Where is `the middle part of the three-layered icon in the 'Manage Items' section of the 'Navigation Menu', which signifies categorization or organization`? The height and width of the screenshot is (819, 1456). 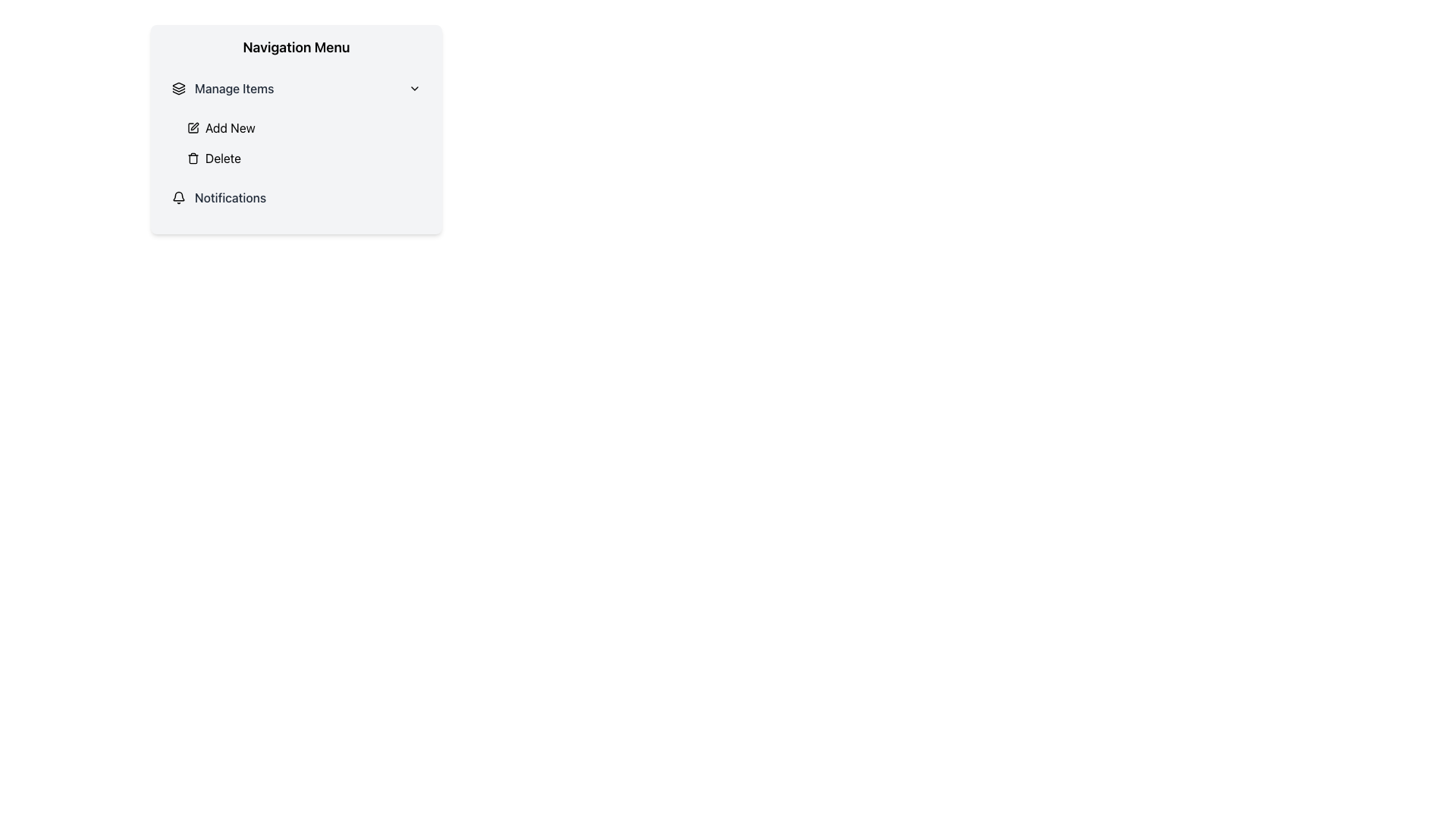 the middle part of the three-layered icon in the 'Manage Items' section of the 'Navigation Menu', which signifies categorization or organization is located at coordinates (178, 89).